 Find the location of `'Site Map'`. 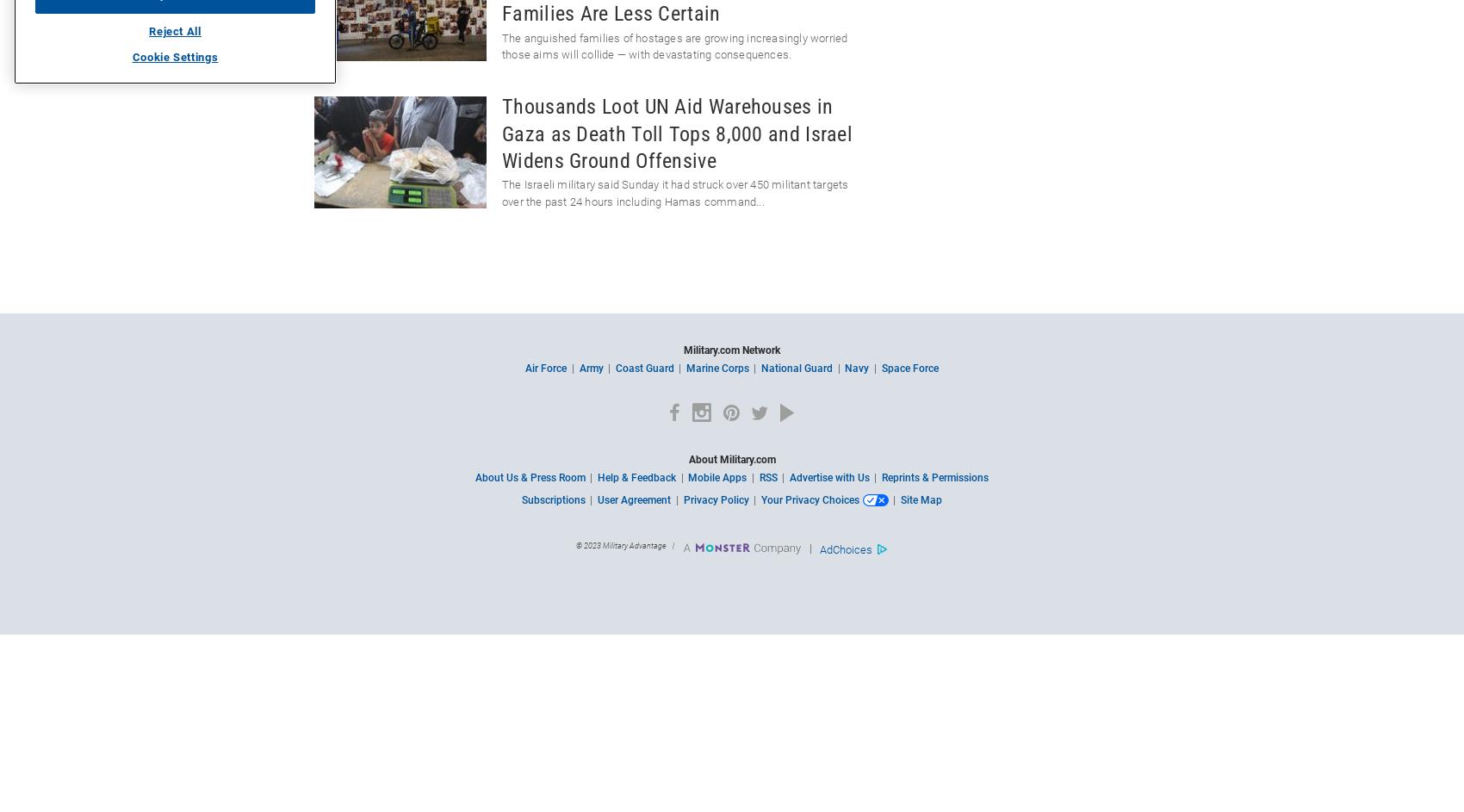

'Site Map' is located at coordinates (920, 499).